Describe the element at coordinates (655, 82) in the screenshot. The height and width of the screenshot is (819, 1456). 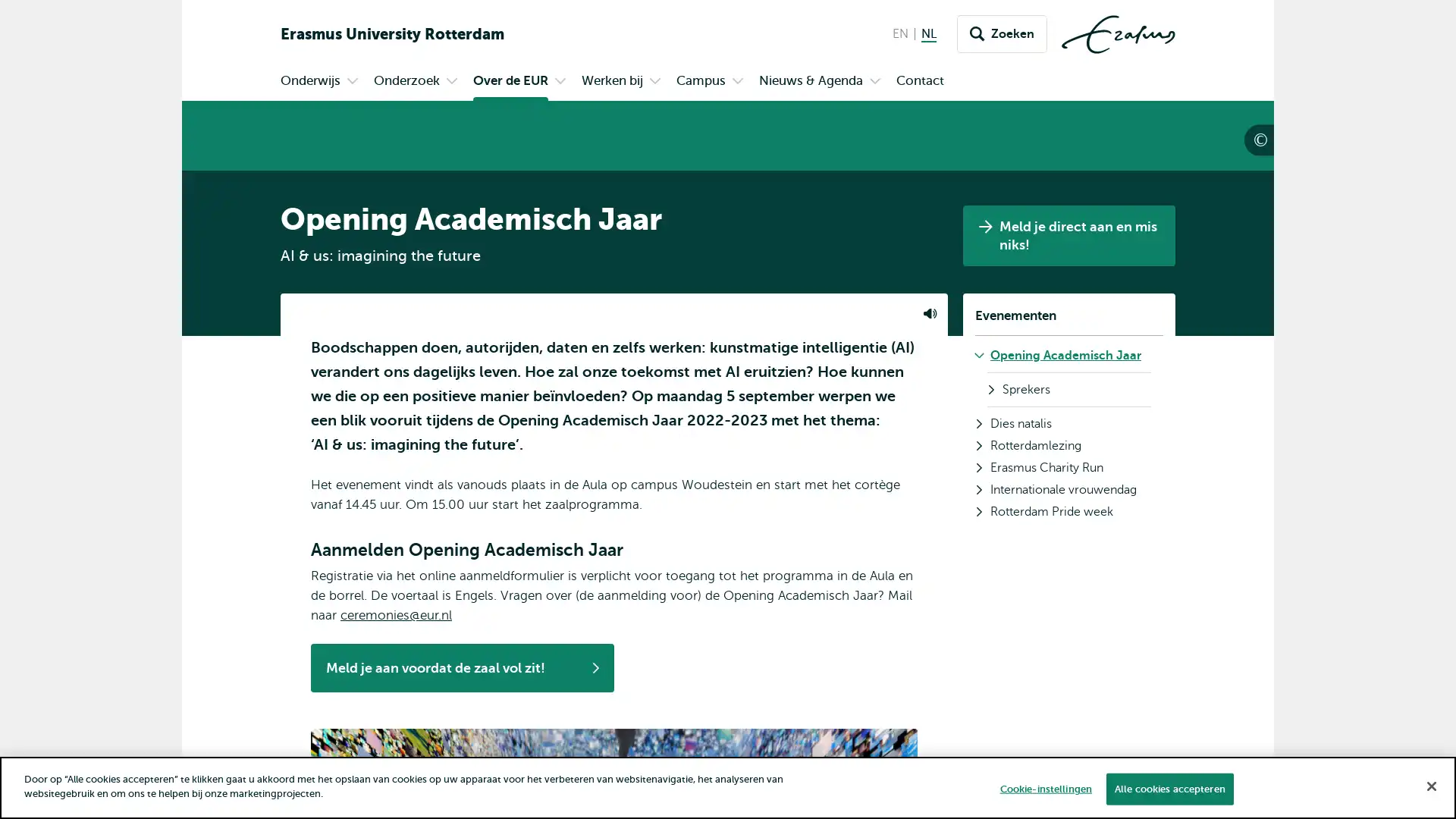
I see `Open submenu` at that location.